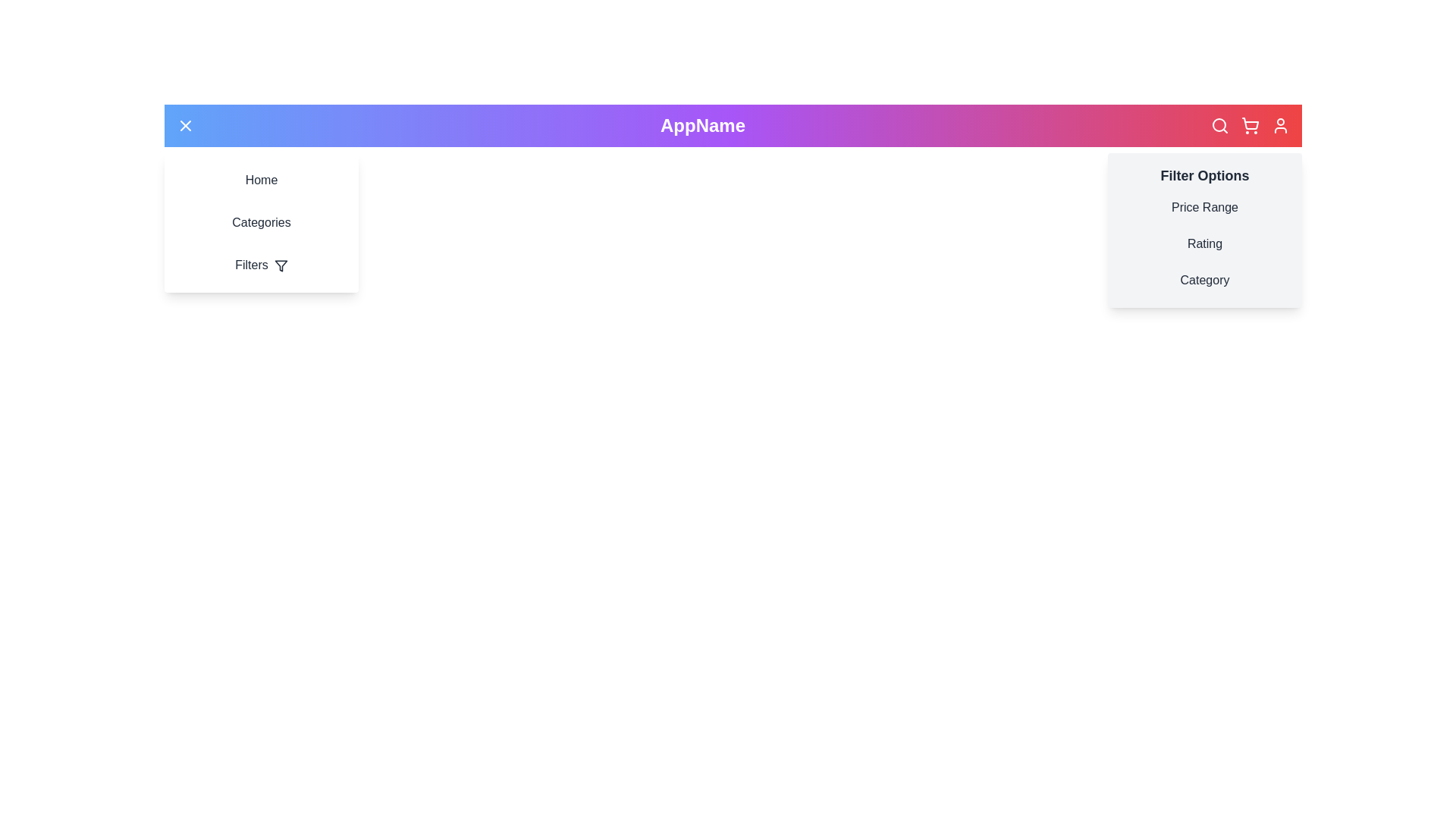 The width and height of the screenshot is (1456, 819). I want to click on the shopping cart icon in the SVG graphic located within the navigation bar, which is visually represented in a modern line art style, so click(1250, 123).